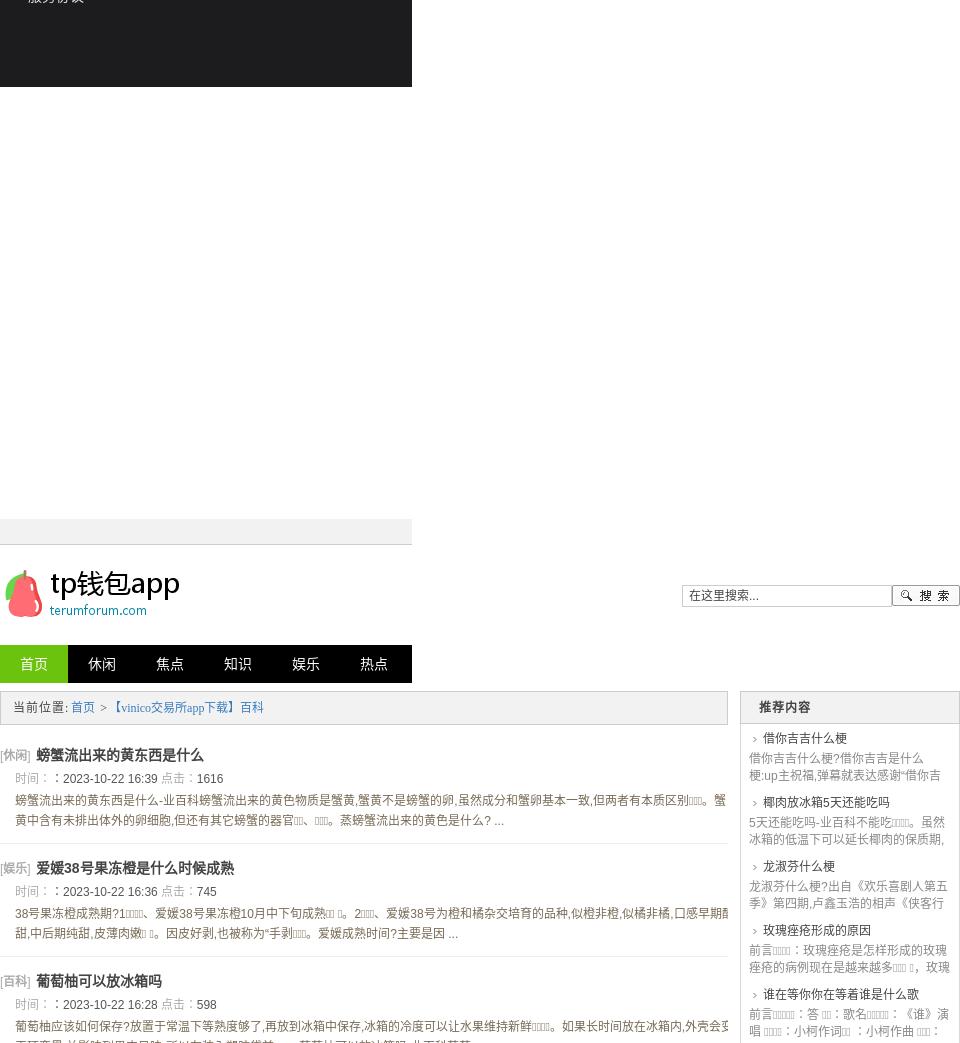 This screenshot has height=1043, width=960. I want to click on '螃蟹流出来的黄东西是什么-业百科螃蟹流出来的黄色物质是蟹黄,蟹黄不是螃蟹的卵,虽然成分和蟹卵基本一致,但两者有本质区别。蟹黄中含有未排出体外的卵细胞,但还有其它螃蟹的器官、。蒸螃蟹流出来的黄色是什么?
...', so click(369, 810).